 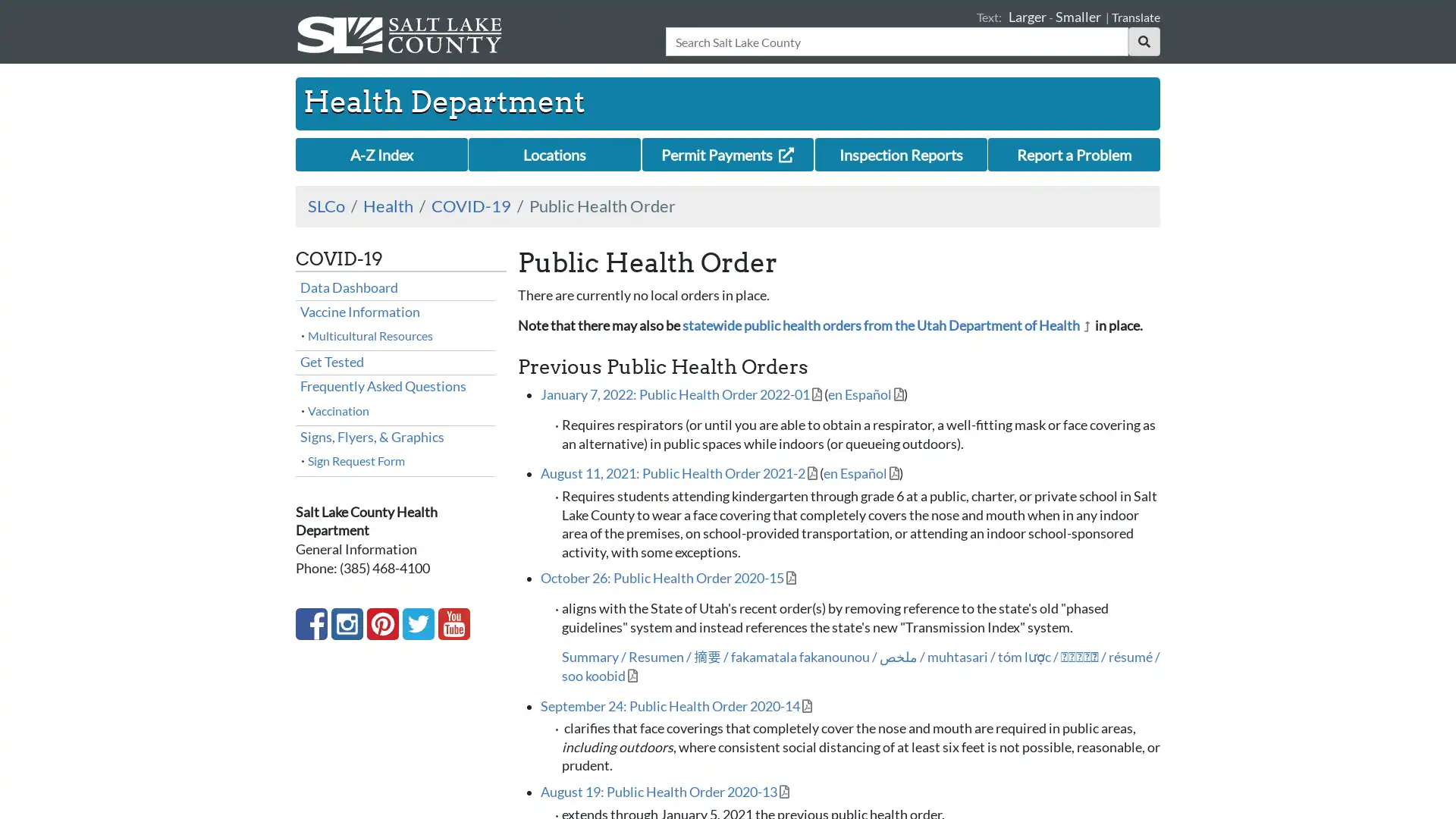 What do you see at coordinates (1027, 17) in the screenshot?
I see `Larger` at bounding box center [1027, 17].